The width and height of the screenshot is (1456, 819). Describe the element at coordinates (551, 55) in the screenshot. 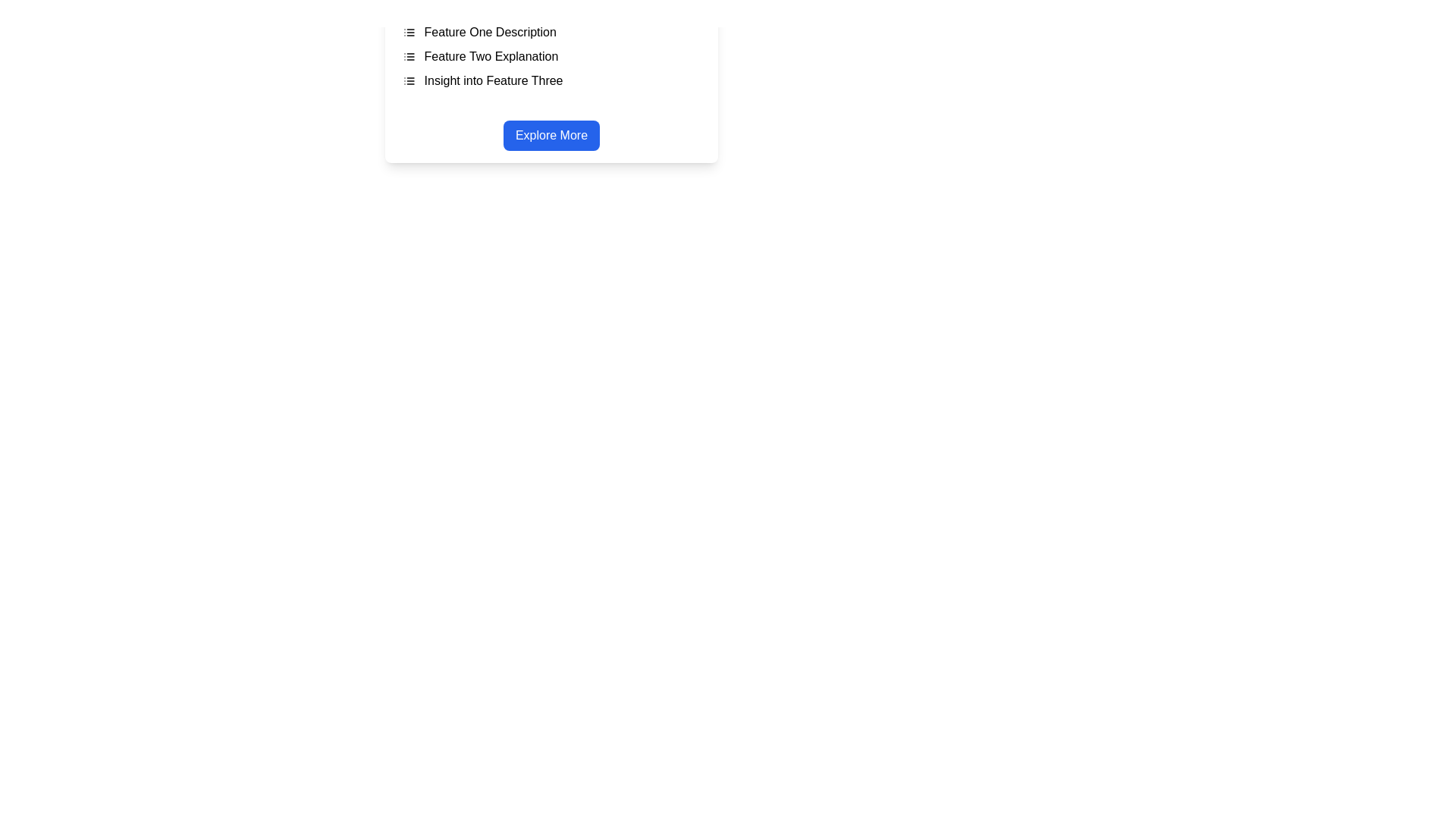

I see `the list item containing the text 'Feature Two Explanation' with a bulleted list icon to its left` at that location.